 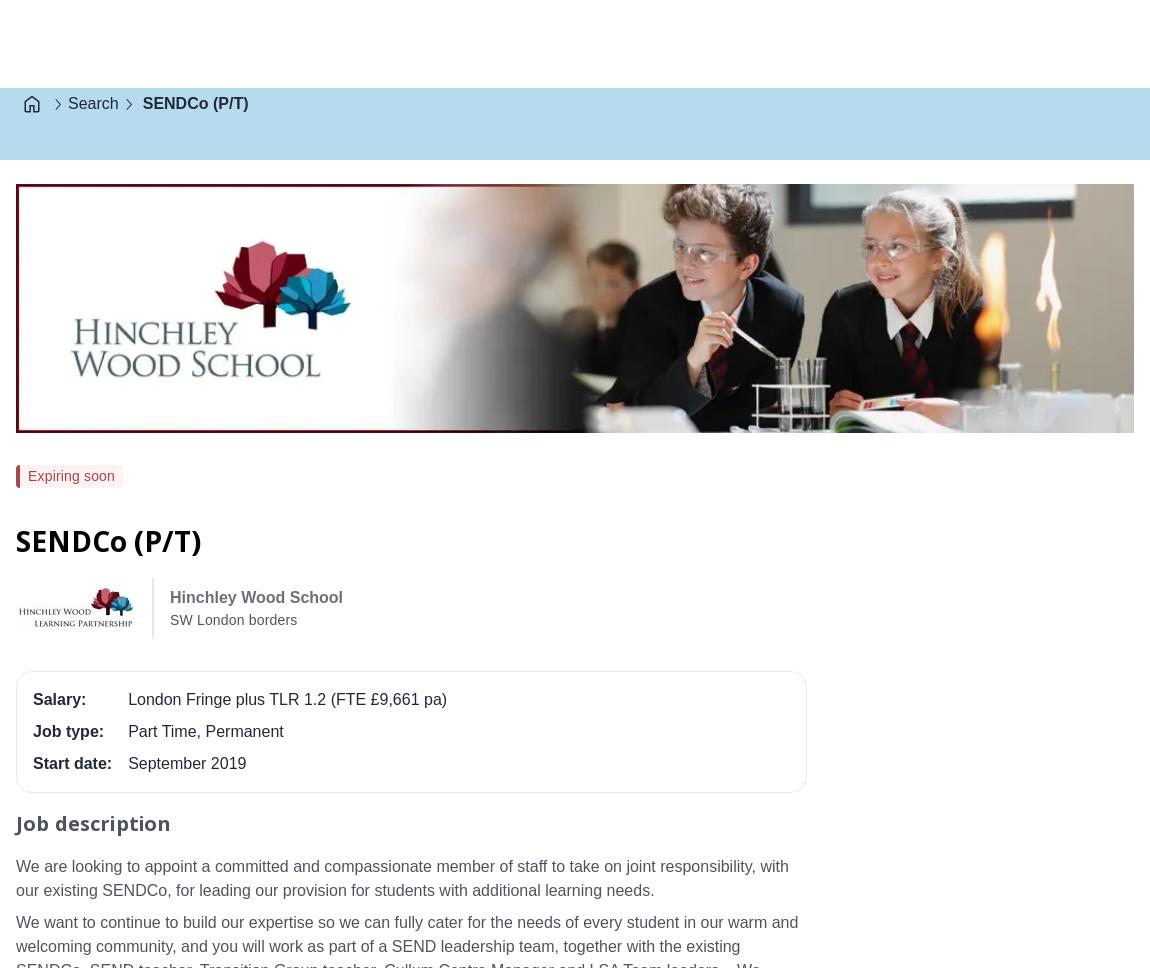 I want to click on 'Visit employer website', so click(x=516, y=612).